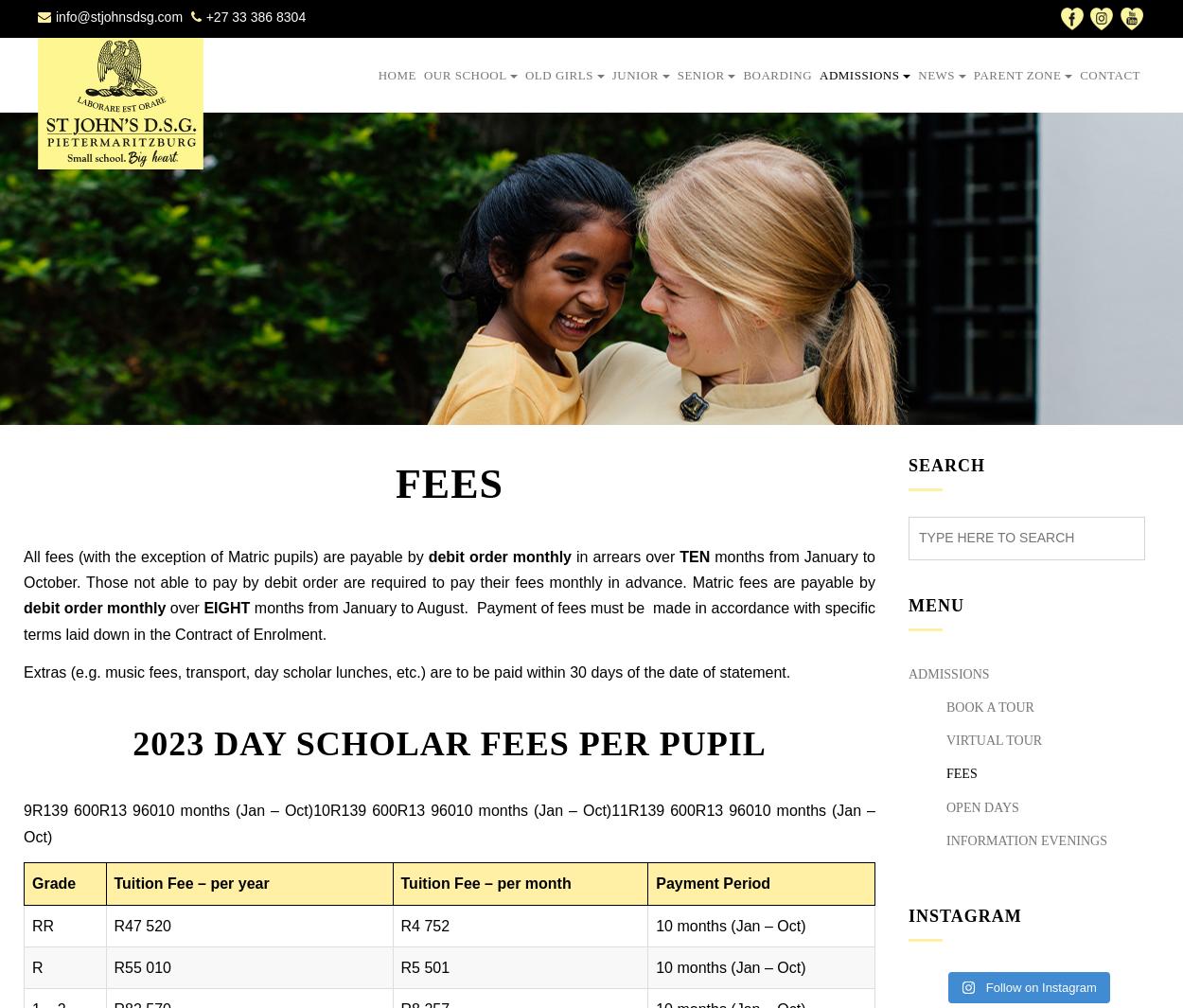 This screenshot has width=1183, height=1008. Describe the element at coordinates (43, 925) in the screenshot. I see `'RR'` at that location.